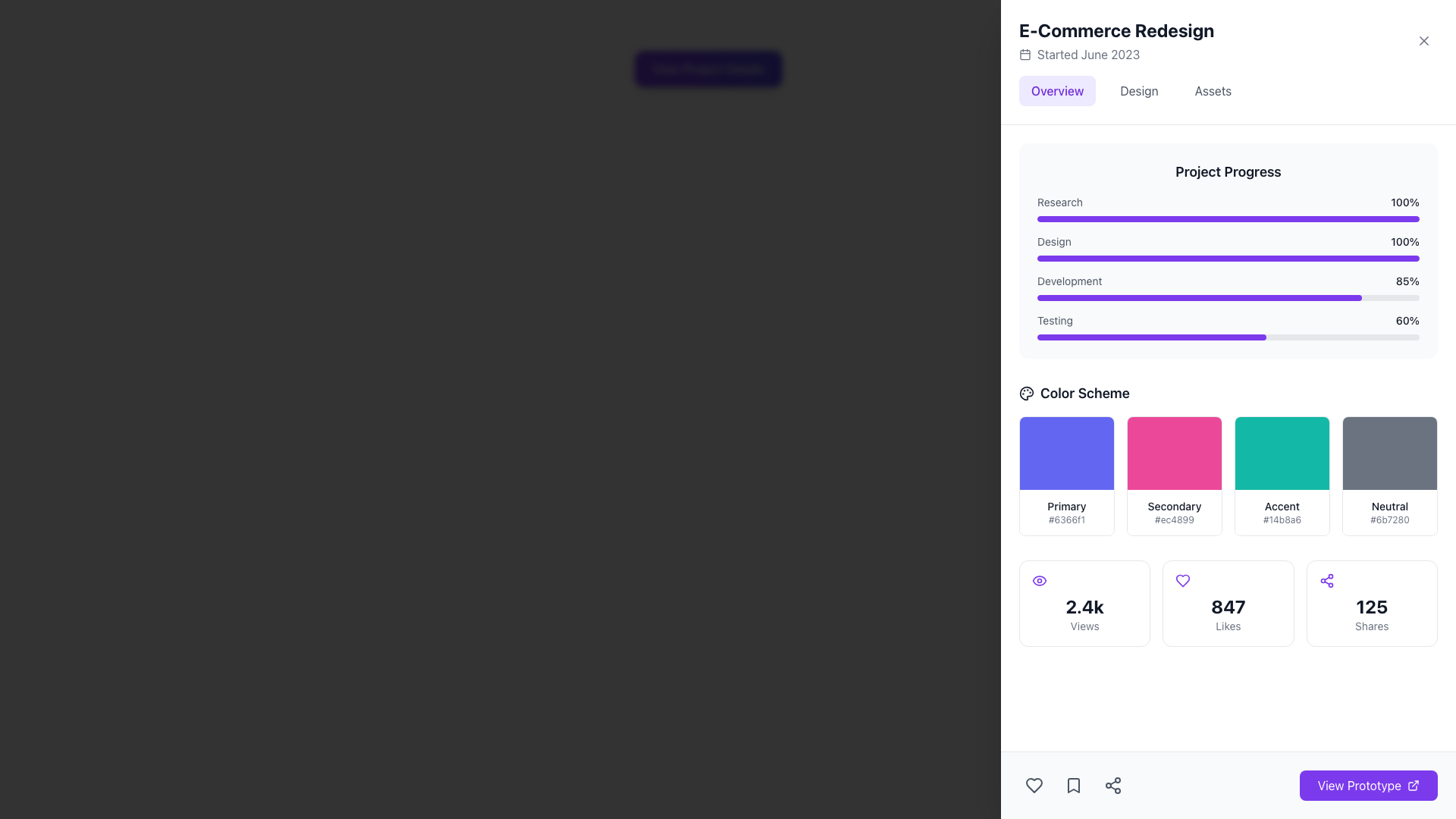 Image resolution: width=1456 pixels, height=819 pixels. What do you see at coordinates (1372, 605) in the screenshot?
I see `number '125' displayed in bold text above the label 'Shares' in the bottom right card-like component of the share details interface` at bounding box center [1372, 605].